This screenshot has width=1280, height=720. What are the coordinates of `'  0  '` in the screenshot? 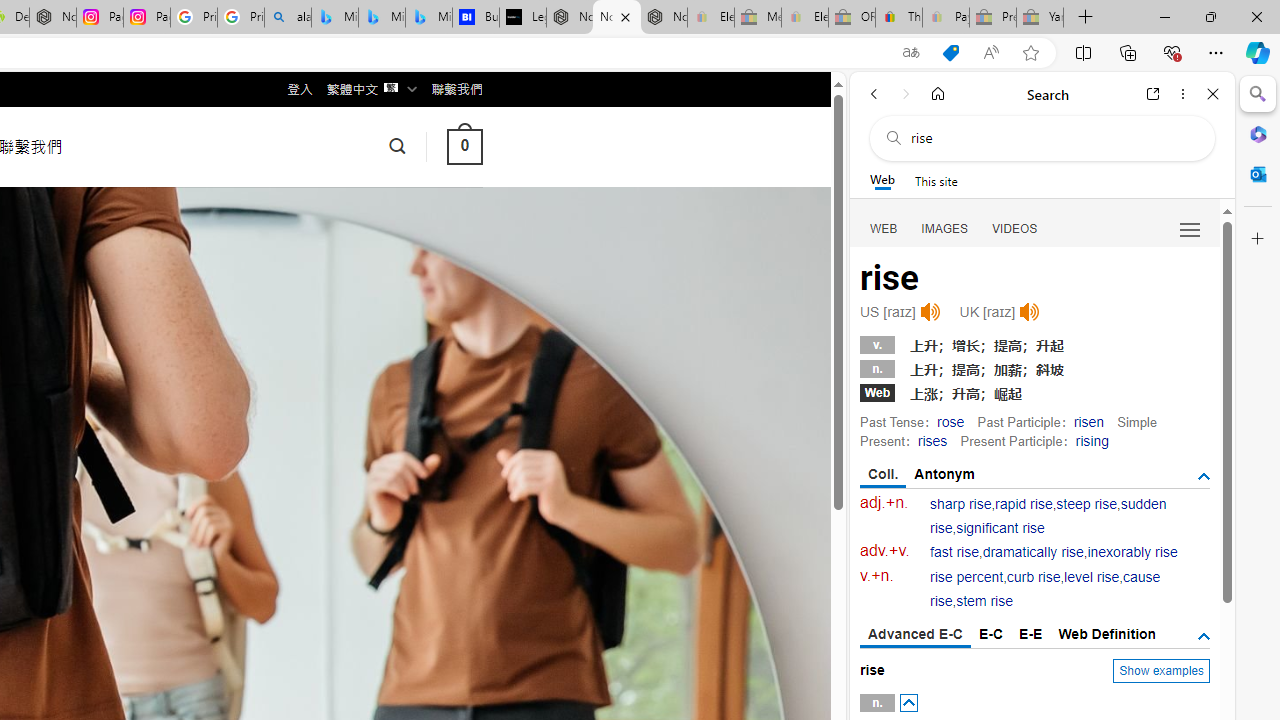 It's located at (463, 145).